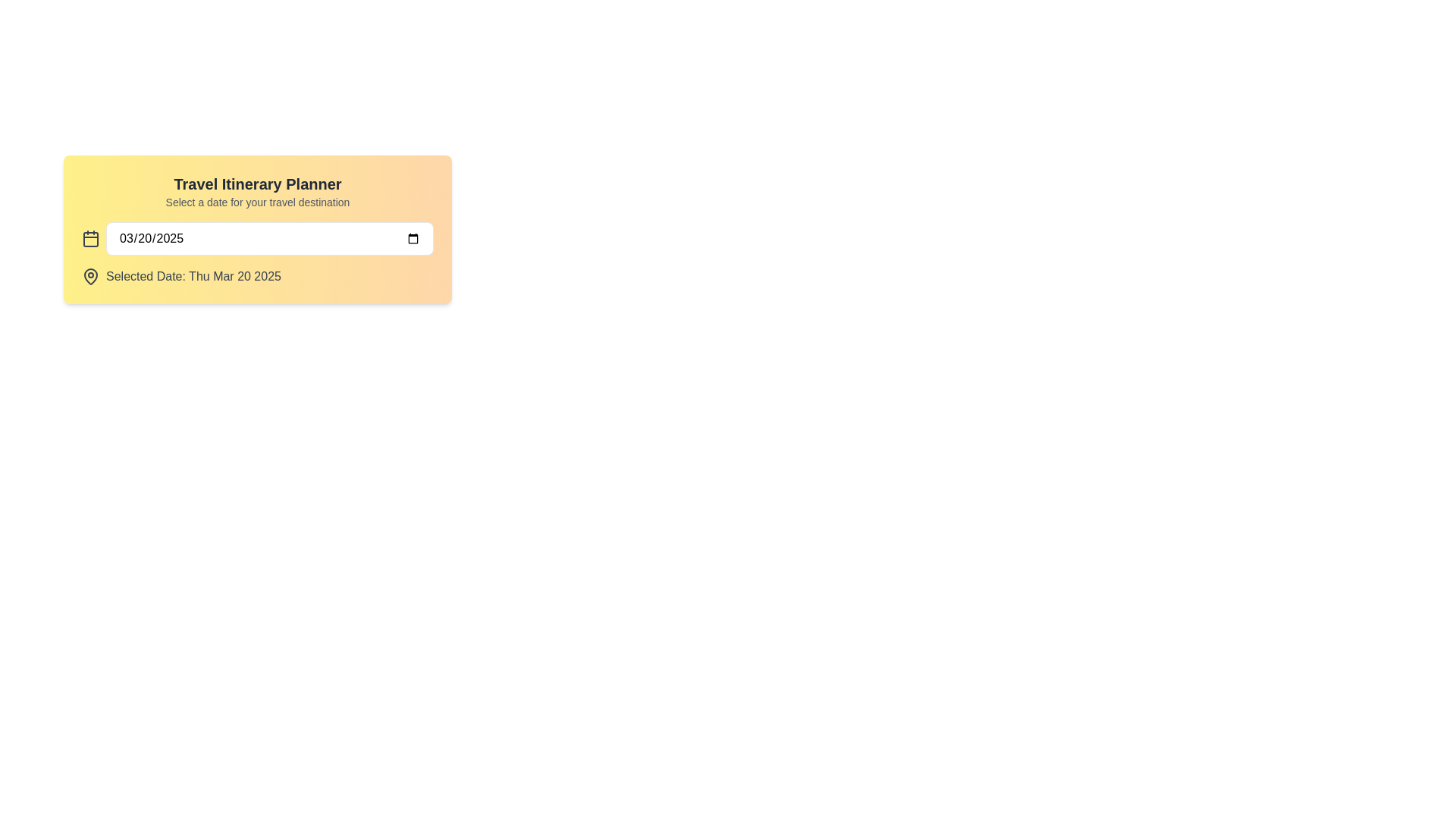 This screenshot has height=819, width=1456. I want to click on the map pin icon, which is gray and resembles a location marker, positioned to the left of the date label 'Selected Date: Thu Mar 20 2025', so click(90, 277).